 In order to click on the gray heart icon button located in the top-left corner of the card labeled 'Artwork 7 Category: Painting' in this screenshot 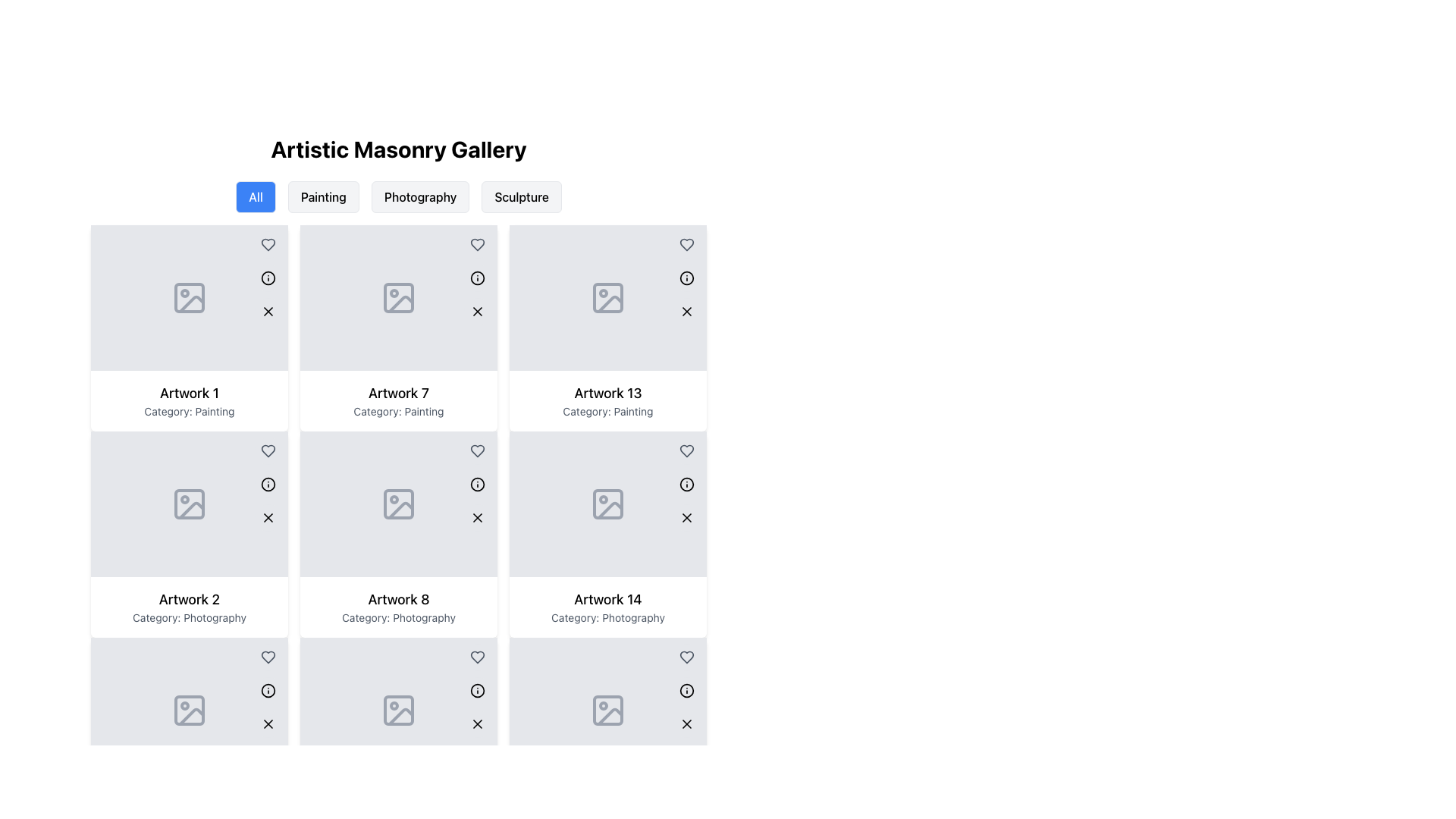, I will do `click(476, 244)`.